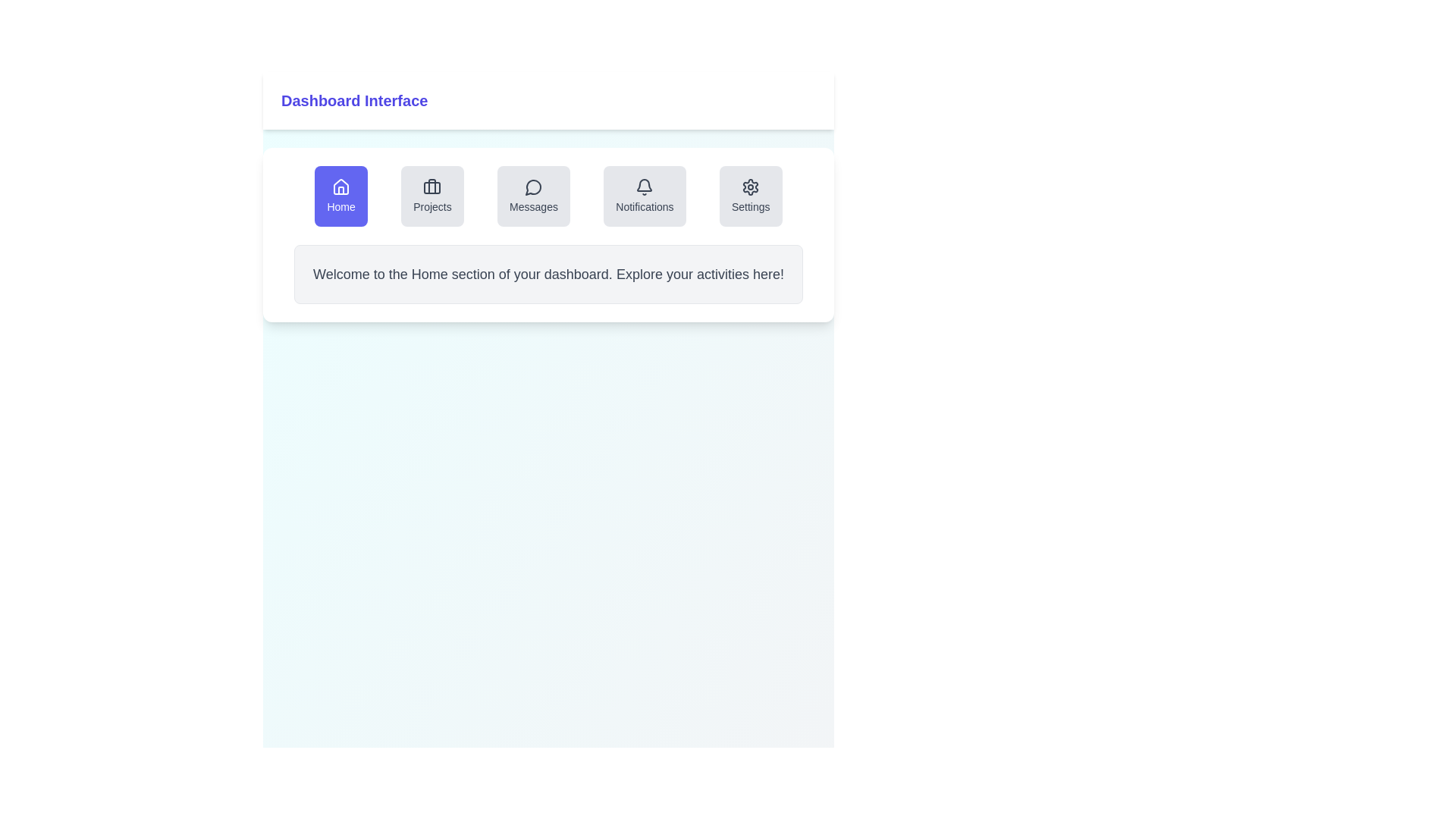 Image resolution: width=1456 pixels, height=819 pixels. Describe the element at coordinates (751, 195) in the screenshot. I see `the 'Settings' button with a gray background and a gear icon located in the top-right corner of the button group in the dashboard interface to observe hover effects` at that location.